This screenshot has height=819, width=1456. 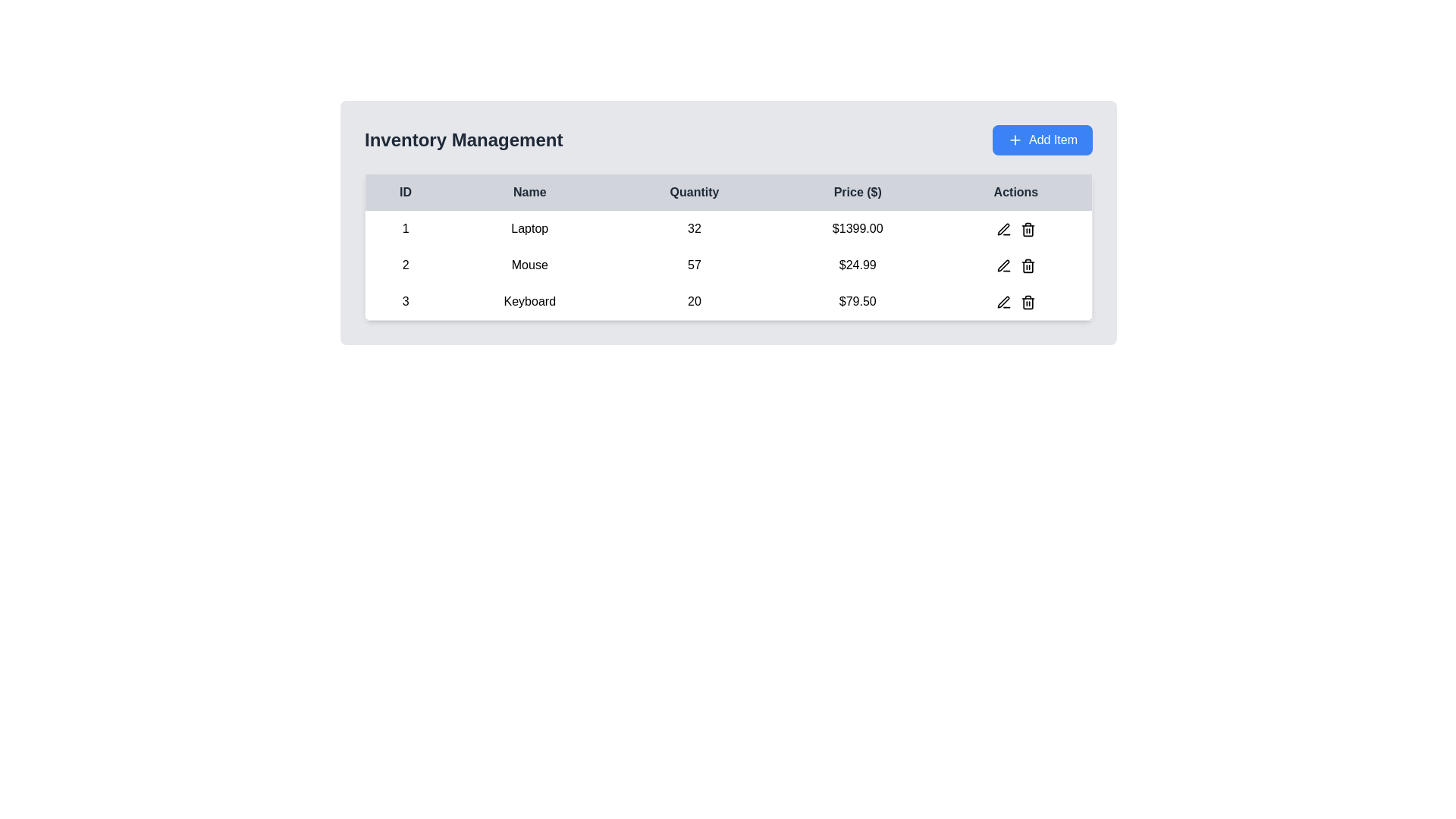 I want to click on the 'Add Item' button located in the upper-right corner of the inventory management interface, which contains the icon serving as a visual indicator, so click(x=1015, y=140).